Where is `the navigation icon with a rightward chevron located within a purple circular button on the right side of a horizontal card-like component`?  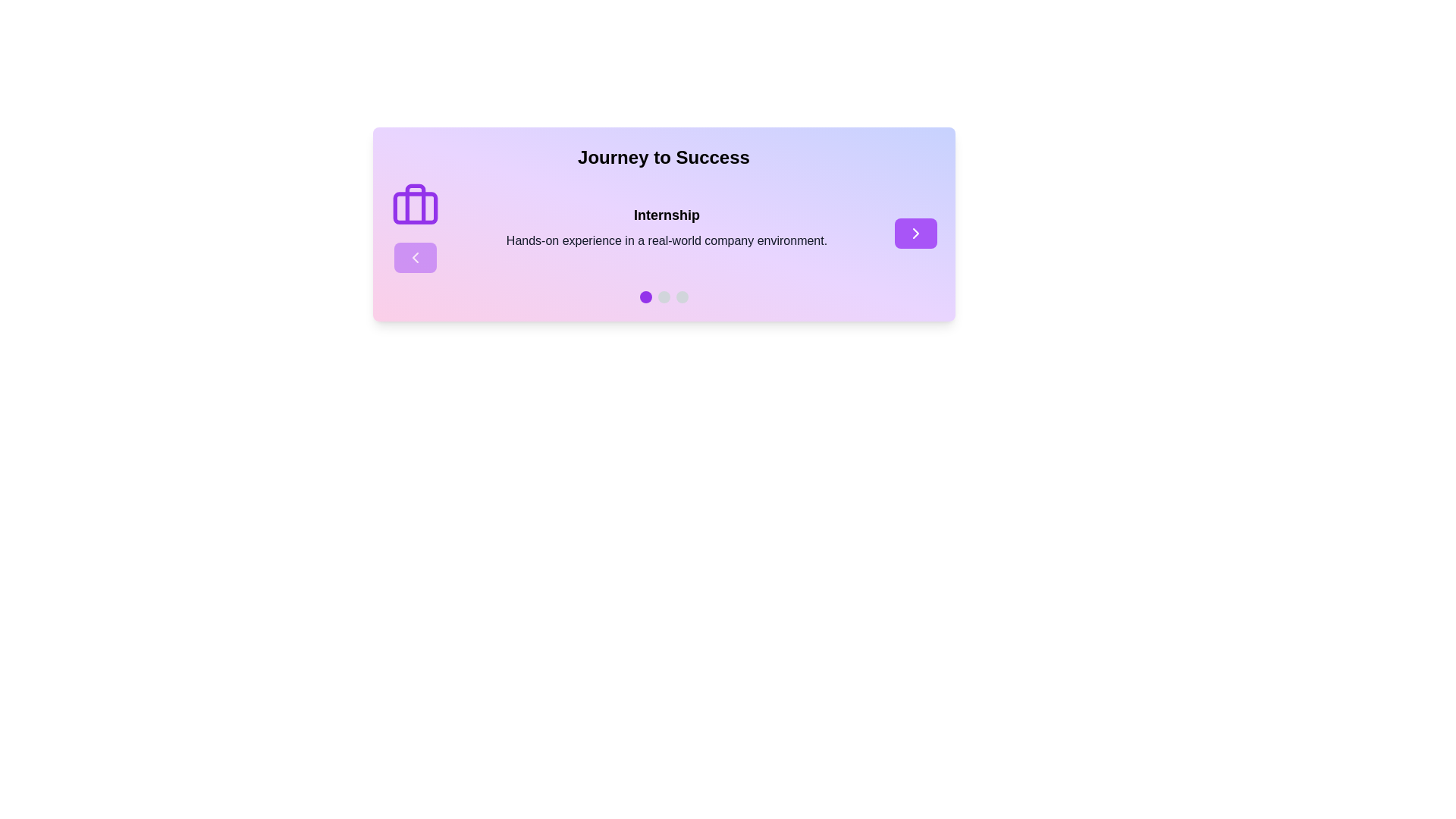
the navigation icon with a rightward chevron located within a purple circular button on the right side of a horizontal card-like component is located at coordinates (915, 234).